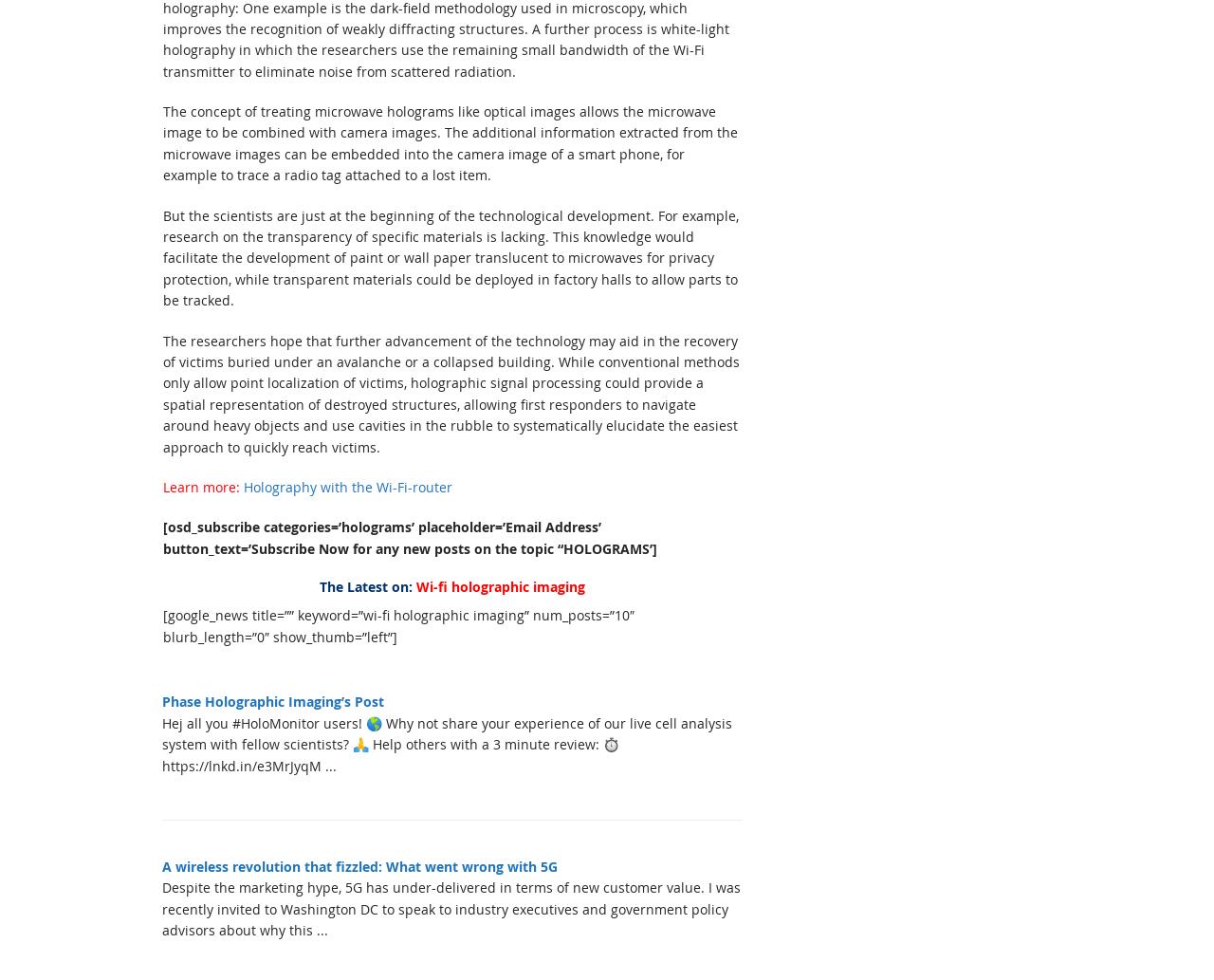  Describe the element at coordinates (451, 908) in the screenshot. I see `'Despite the marketing hype, 5G has under-delivered in terms of new customer value. I was recently invited to Washington DC to speak to industry executives and government policy advisors about why this ...'` at that location.